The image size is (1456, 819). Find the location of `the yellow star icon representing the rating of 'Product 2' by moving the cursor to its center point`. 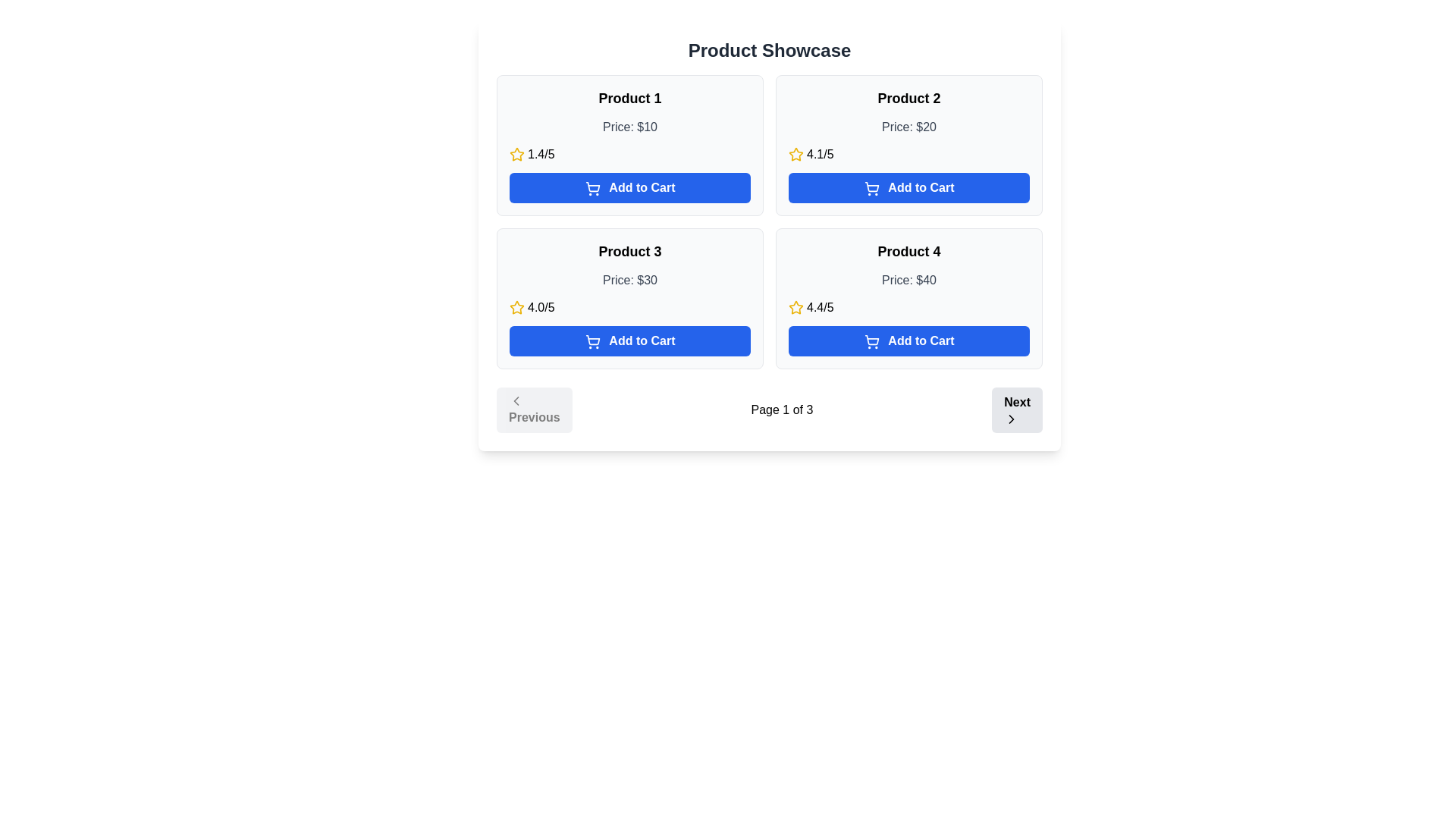

the yellow star icon representing the rating of 'Product 2' by moving the cursor to its center point is located at coordinates (795, 154).